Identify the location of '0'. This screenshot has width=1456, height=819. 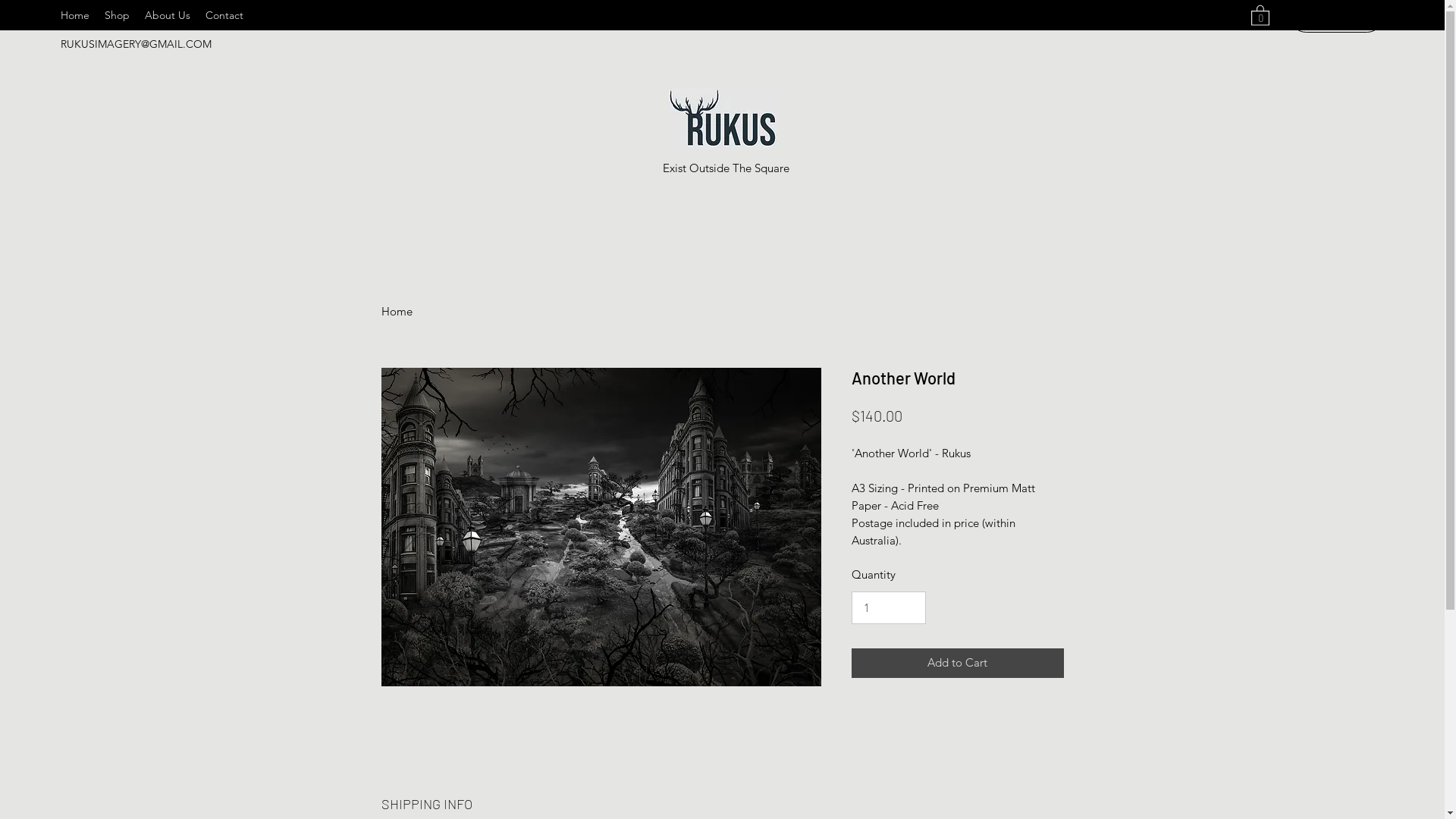
(1260, 14).